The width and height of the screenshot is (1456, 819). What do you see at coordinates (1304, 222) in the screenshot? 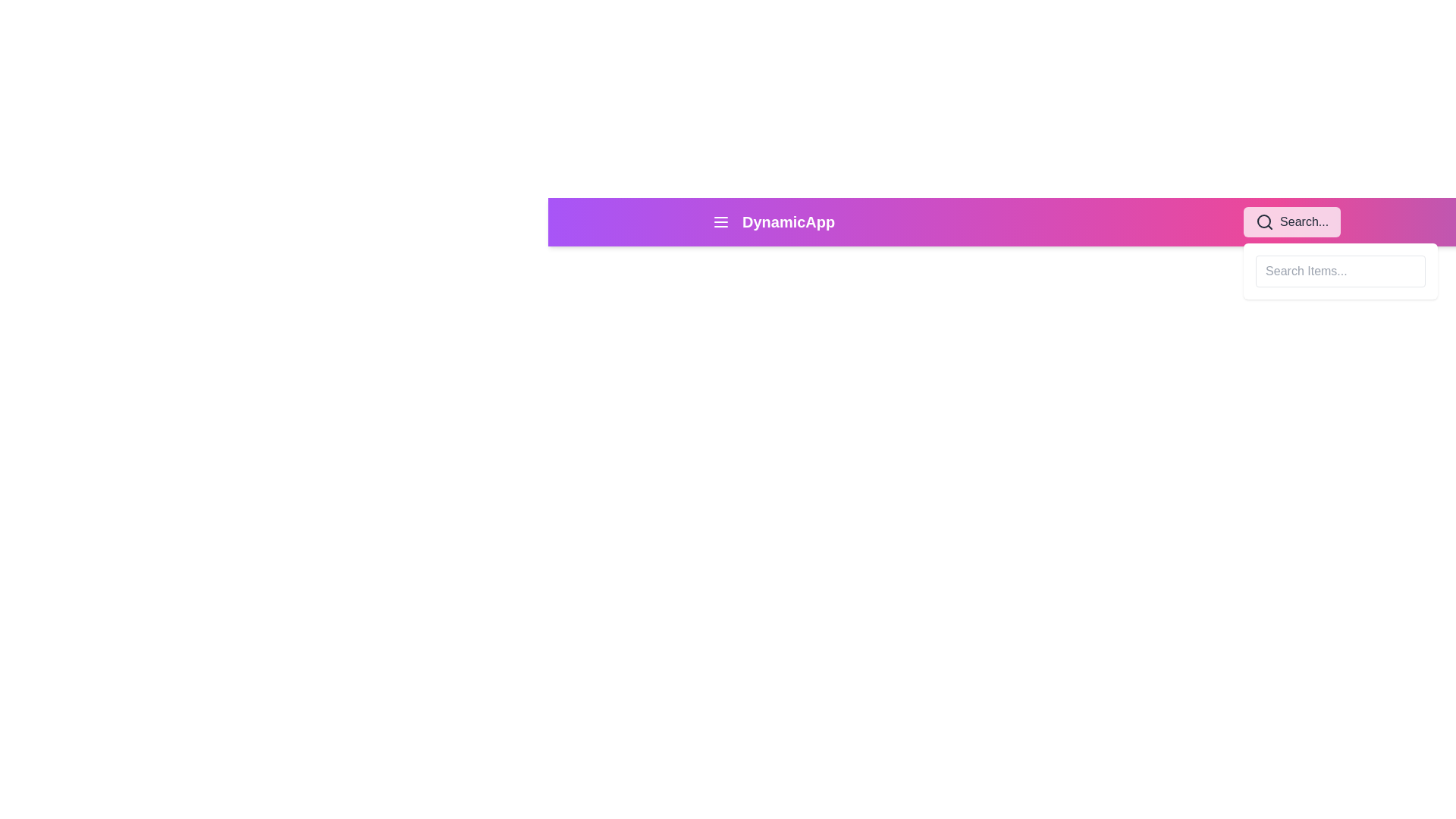
I see `the 'Search...' text label located in the search bar at the top-right corner of the page, which appears next to a search icon` at bounding box center [1304, 222].